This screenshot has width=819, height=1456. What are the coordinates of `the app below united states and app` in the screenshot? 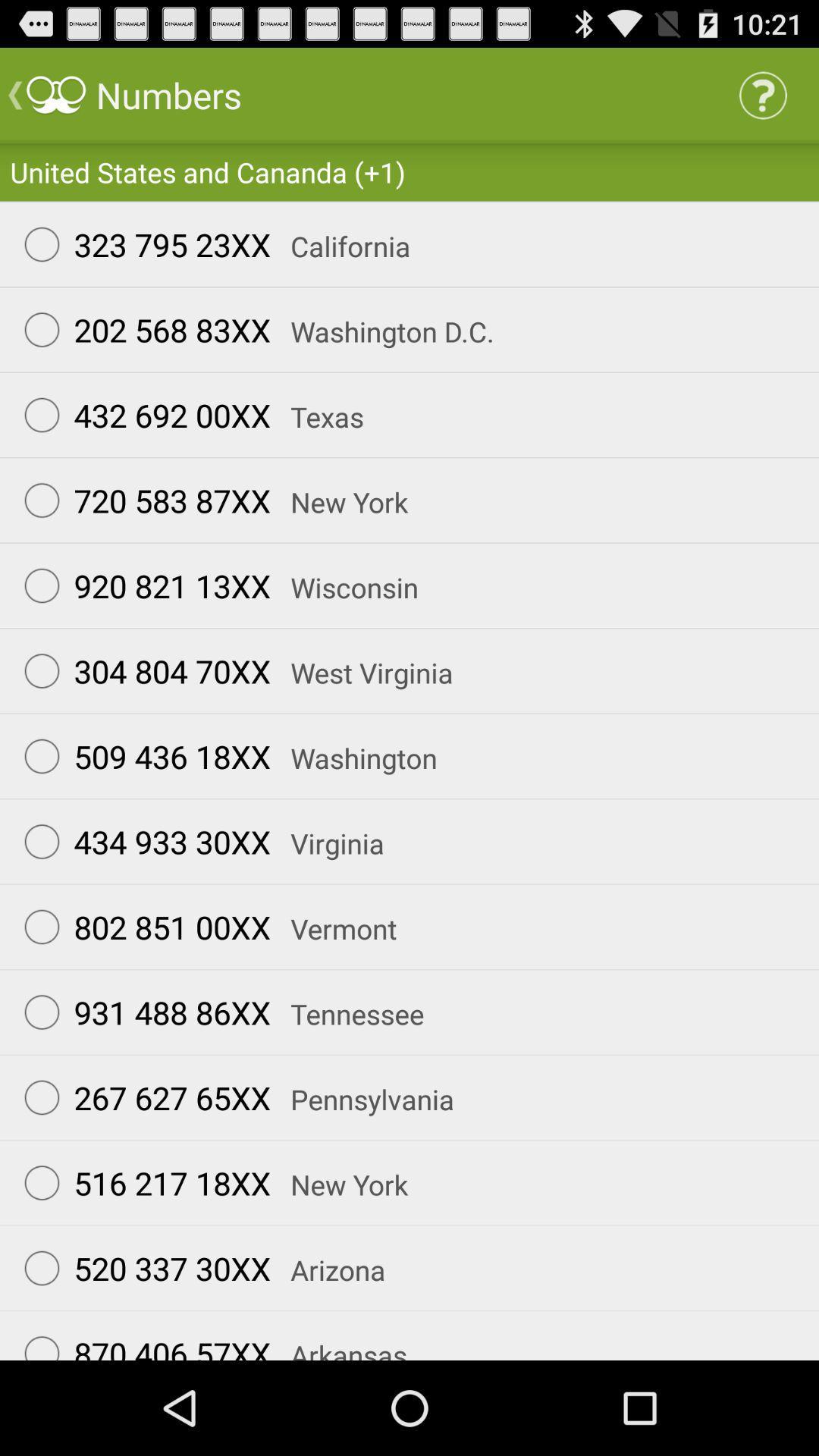 It's located at (140, 244).